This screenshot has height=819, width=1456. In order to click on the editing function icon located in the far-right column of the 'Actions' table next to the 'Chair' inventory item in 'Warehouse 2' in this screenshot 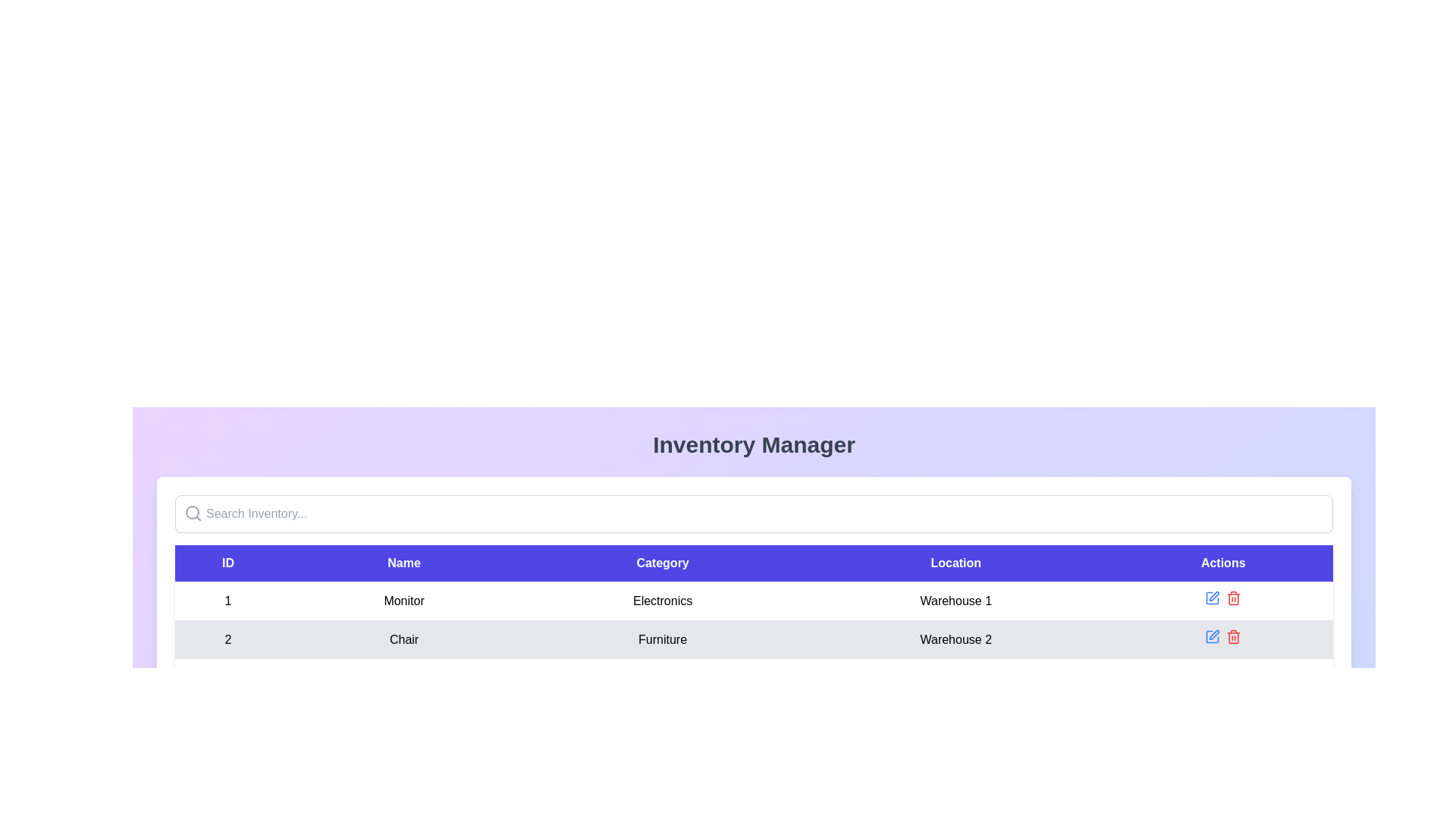, I will do `click(1212, 598)`.